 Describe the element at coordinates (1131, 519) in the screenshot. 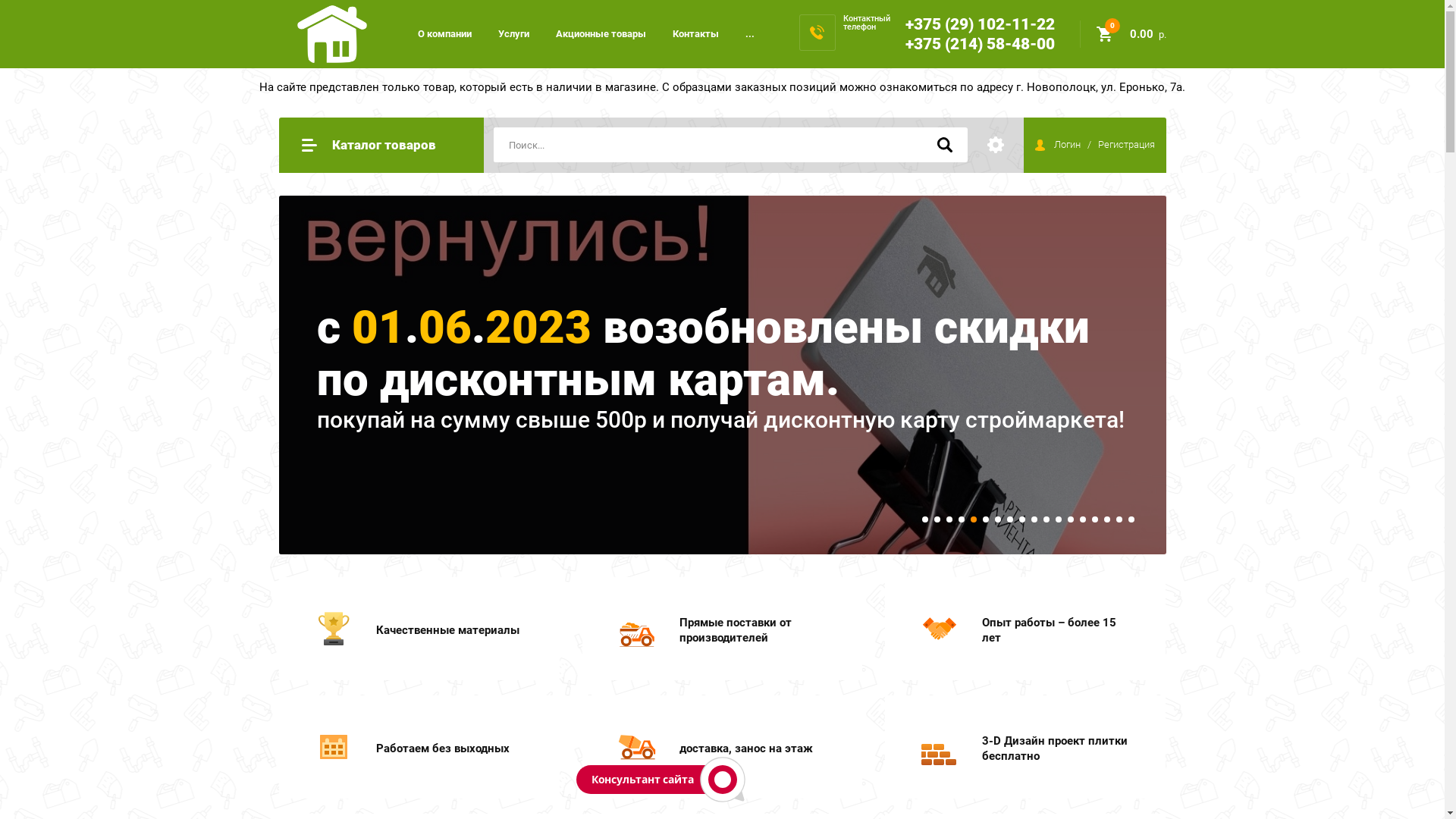

I see `'18'` at that location.